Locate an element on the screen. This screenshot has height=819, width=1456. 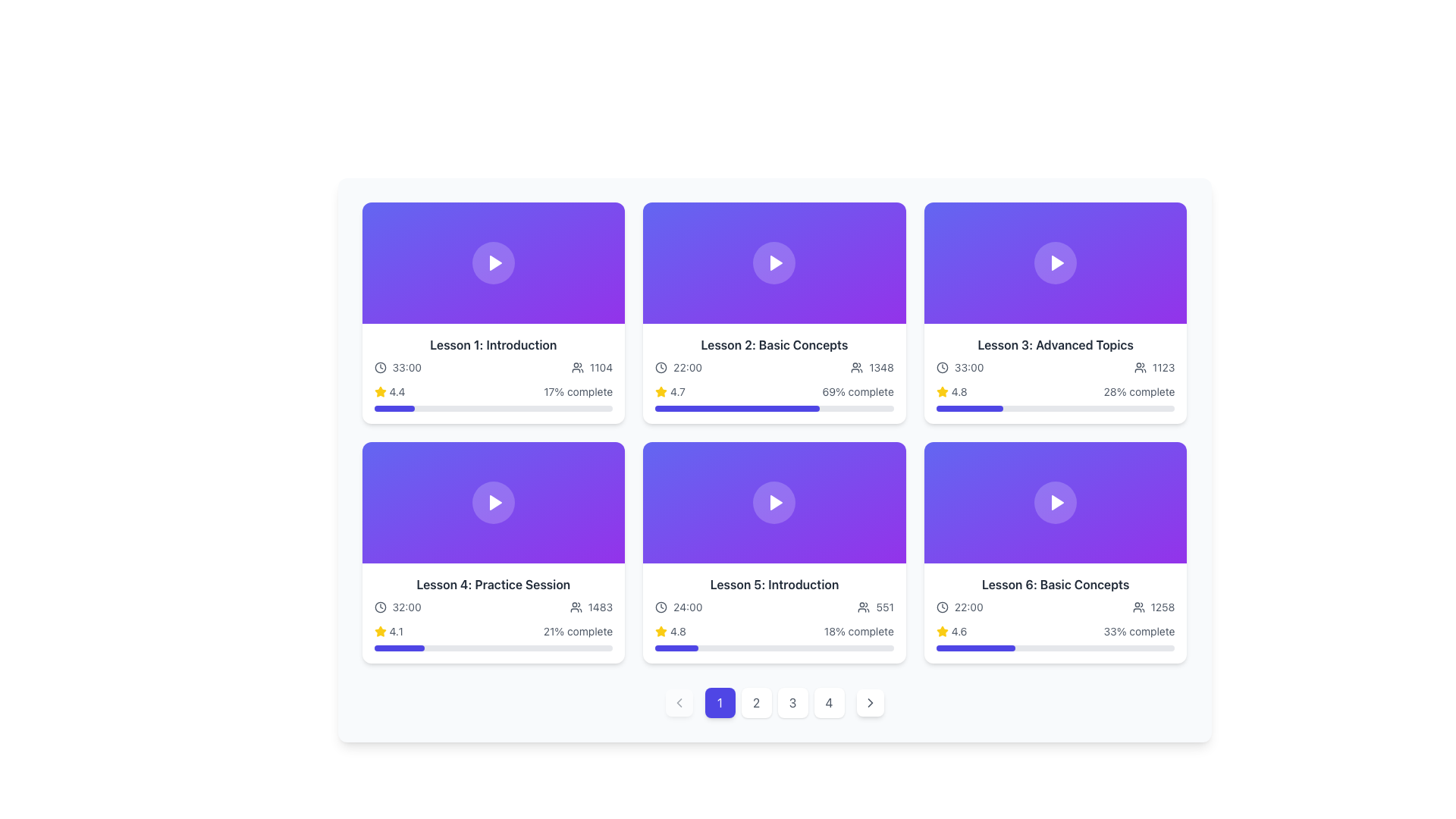
the play button located at the center of the fifth card in a grid layout, which is situated in the second row, third column, and is inside a circular button is located at coordinates (776, 503).